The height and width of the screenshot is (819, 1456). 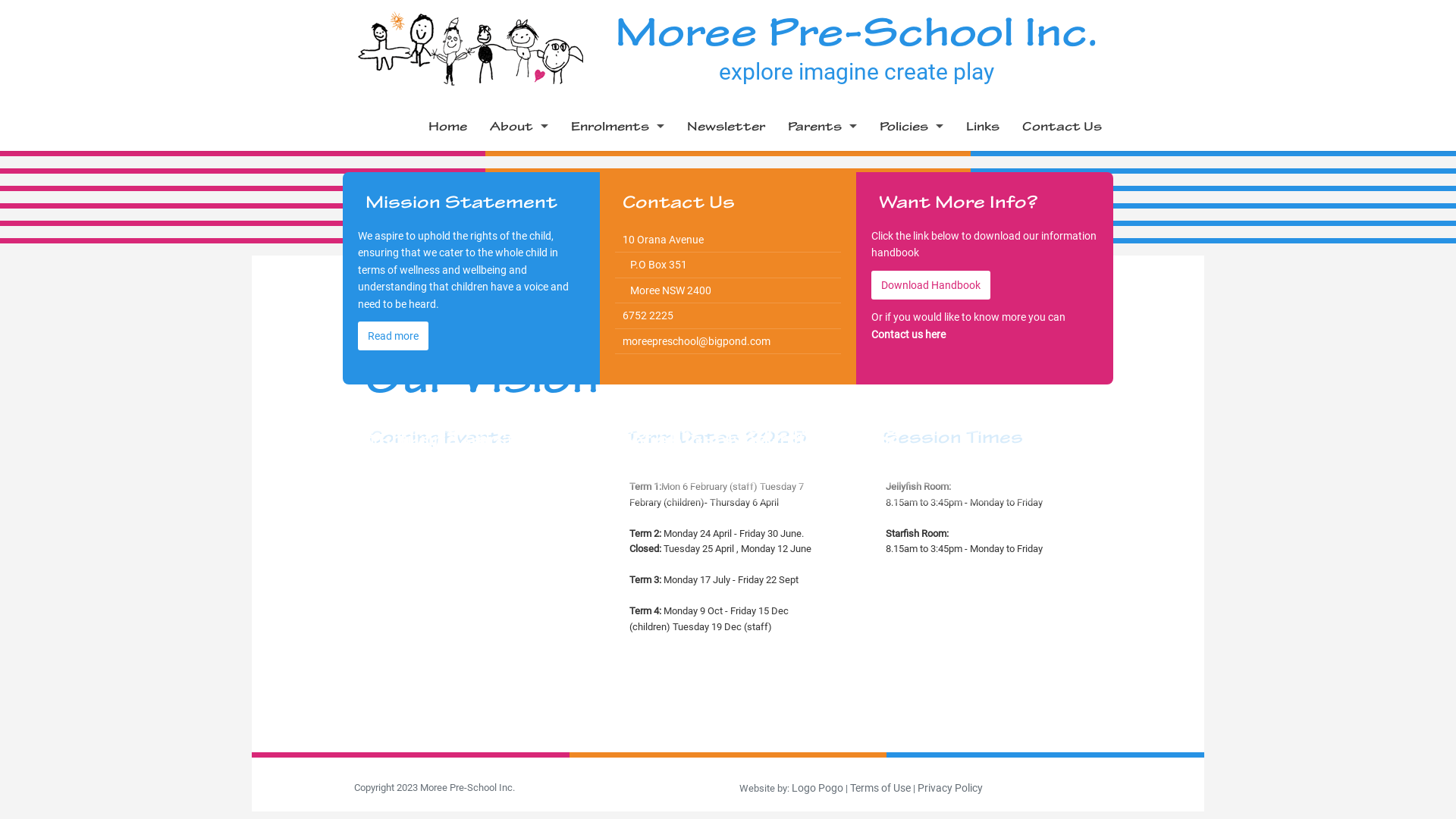 I want to click on 'Useful Contacts', so click(x=519, y=330).